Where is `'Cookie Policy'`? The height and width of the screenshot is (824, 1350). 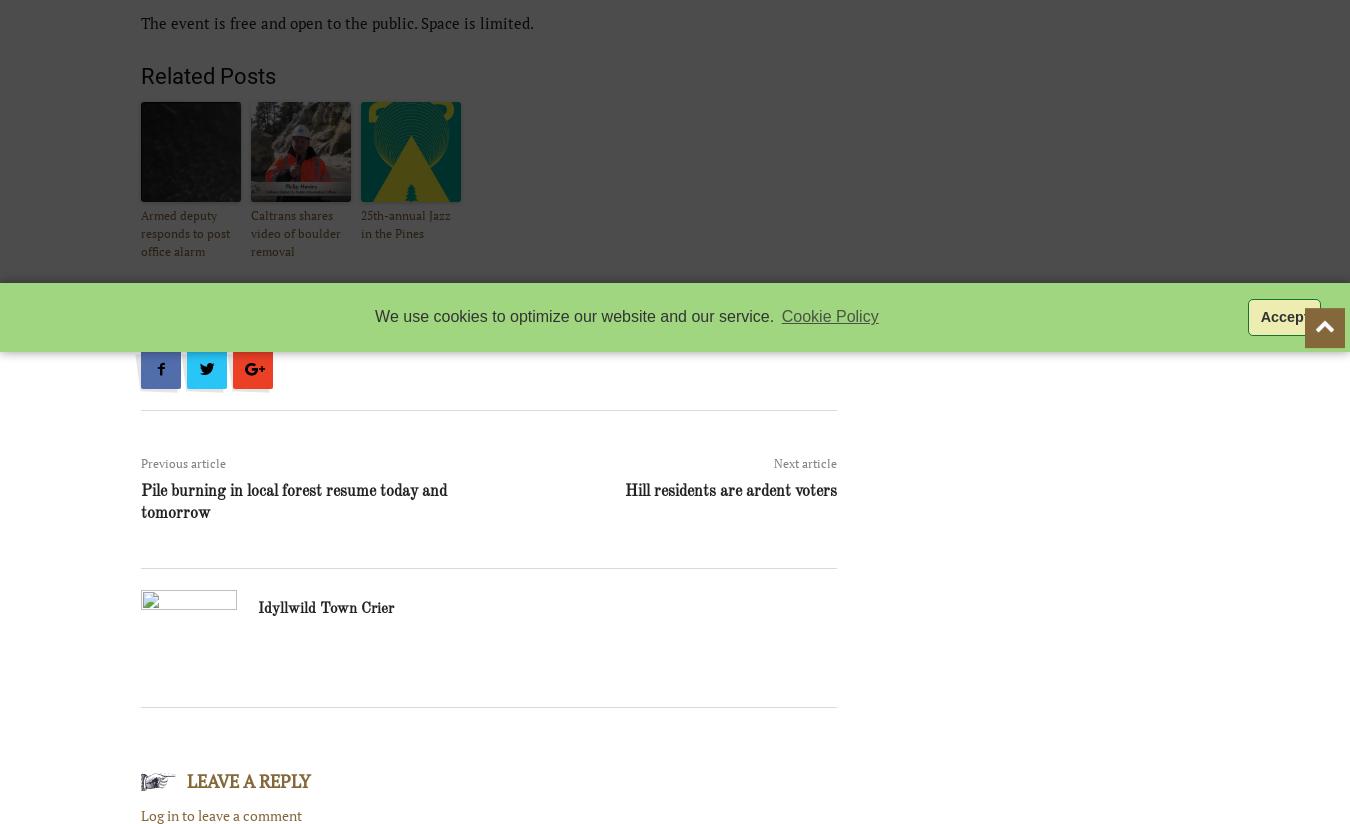
'Cookie Policy' is located at coordinates (779, 316).